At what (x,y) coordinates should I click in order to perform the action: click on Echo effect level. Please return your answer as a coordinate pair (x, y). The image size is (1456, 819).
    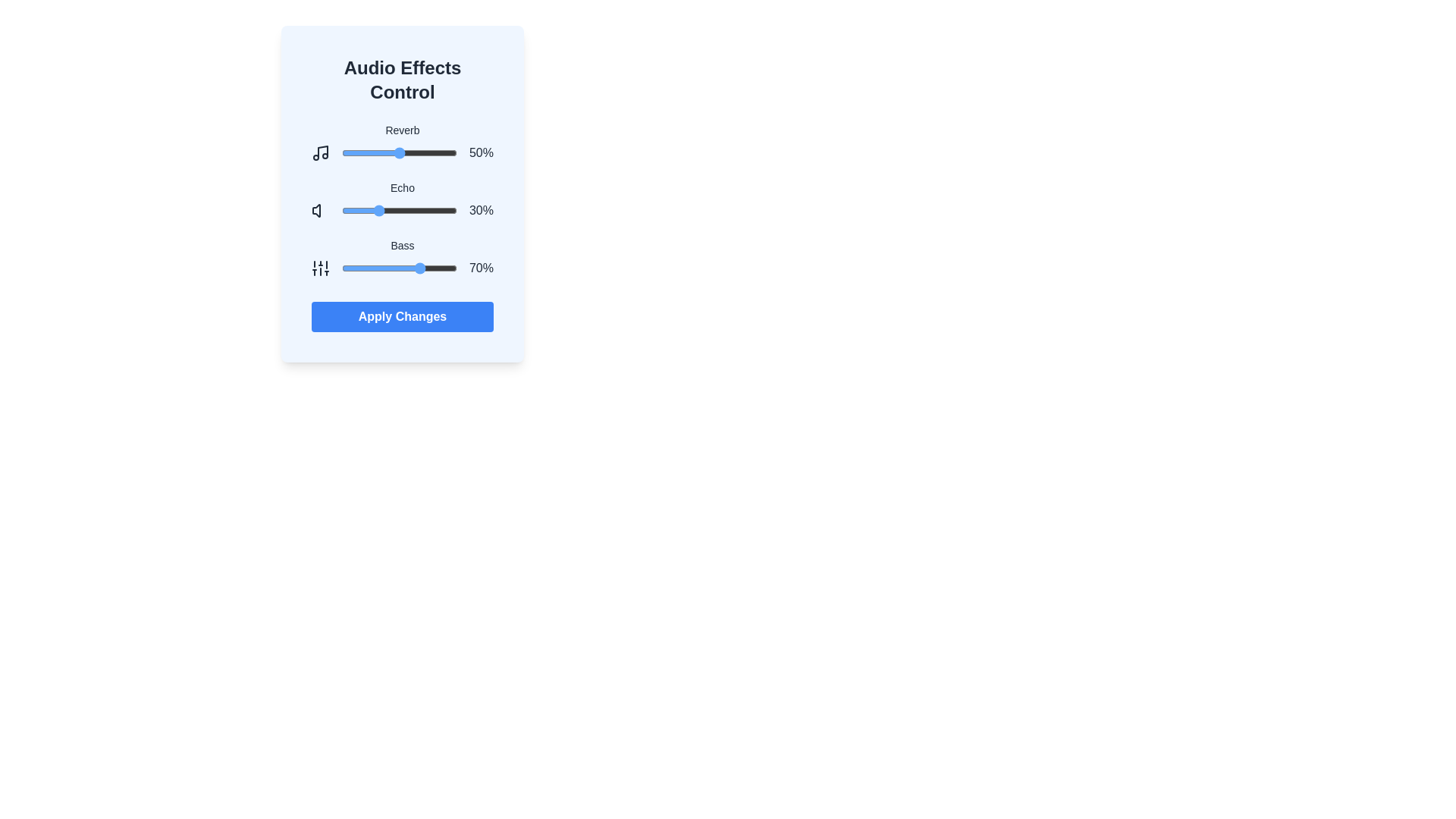
    Looking at the image, I should click on (388, 210).